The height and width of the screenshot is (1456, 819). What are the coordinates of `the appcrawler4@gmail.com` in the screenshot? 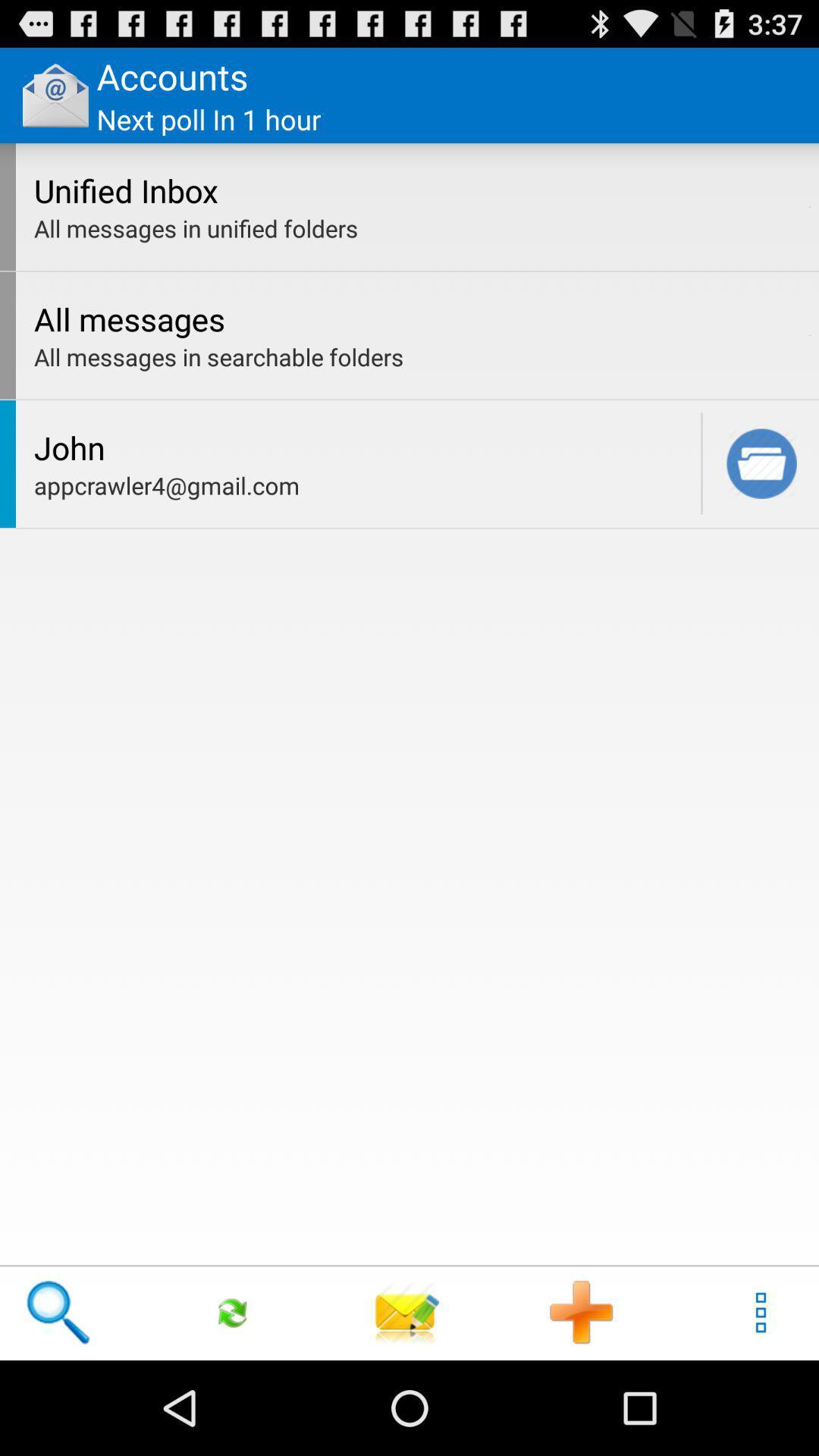 It's located at (363, 485).